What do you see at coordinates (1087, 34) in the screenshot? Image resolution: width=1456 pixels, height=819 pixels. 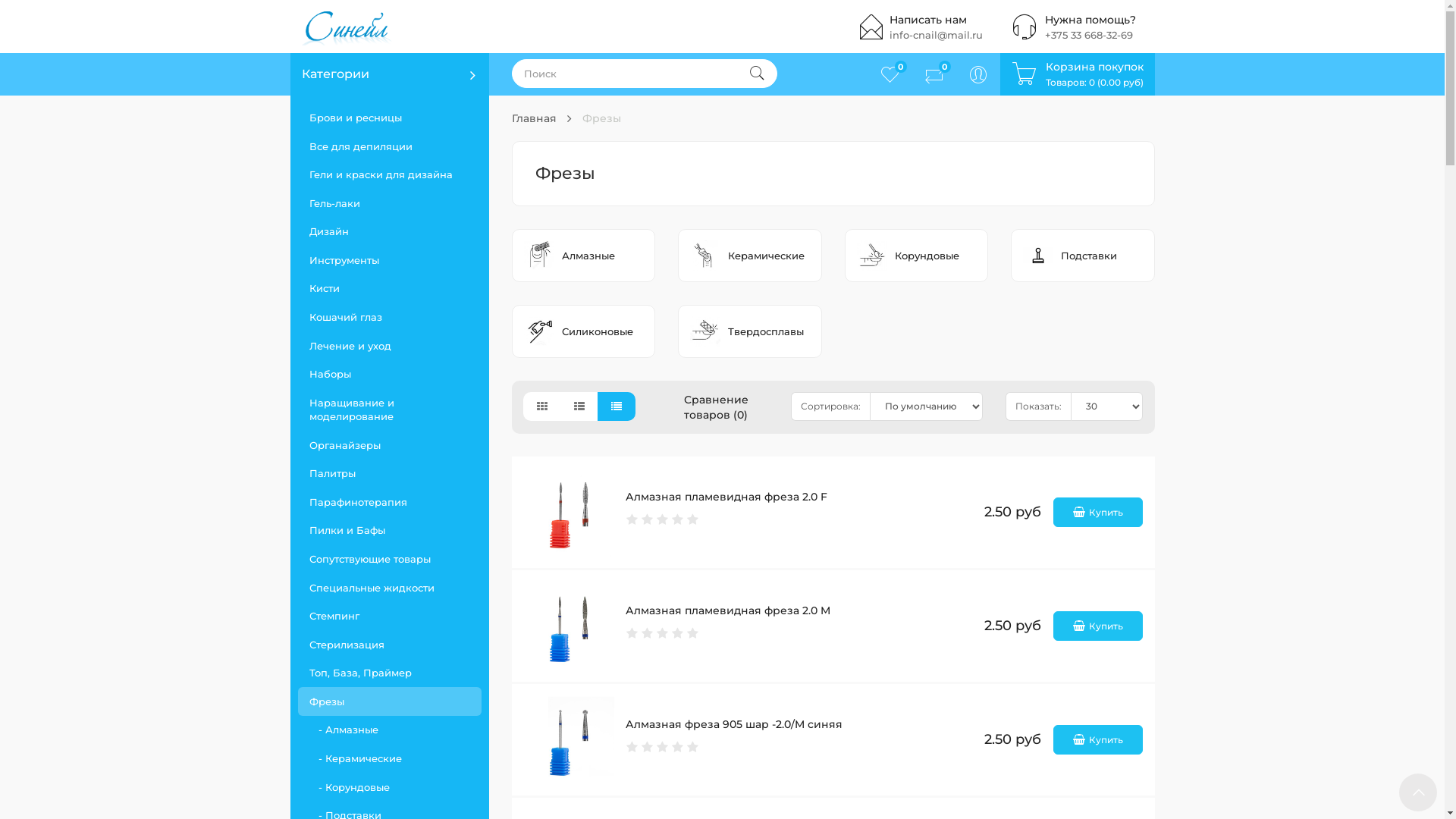 I see `'+375 33 668-32-69'` at bounding box center [1087, 34].